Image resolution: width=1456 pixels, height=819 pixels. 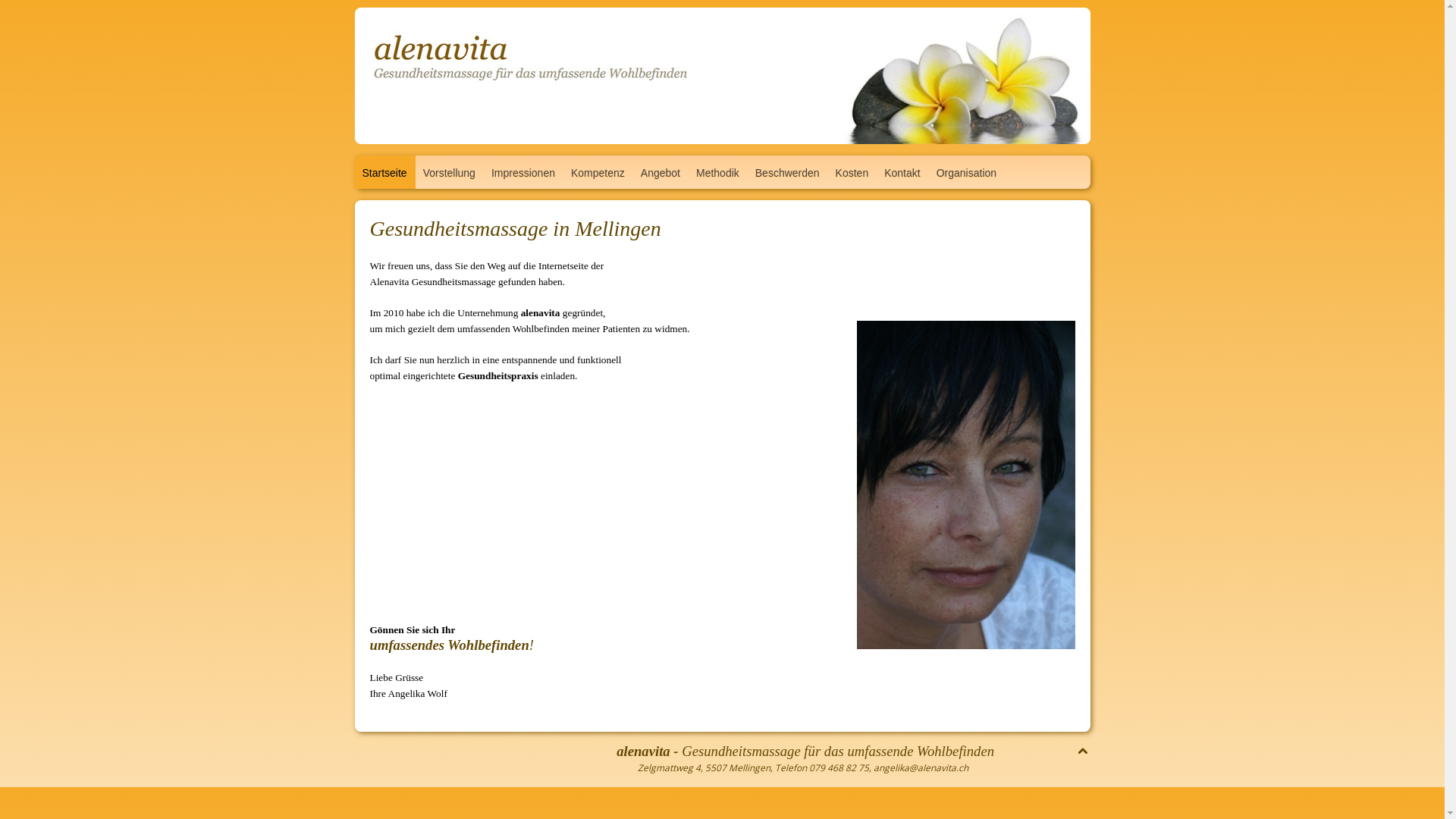 I want to click on 'angelika@alenavita.ch', so click(x=874, y=767).